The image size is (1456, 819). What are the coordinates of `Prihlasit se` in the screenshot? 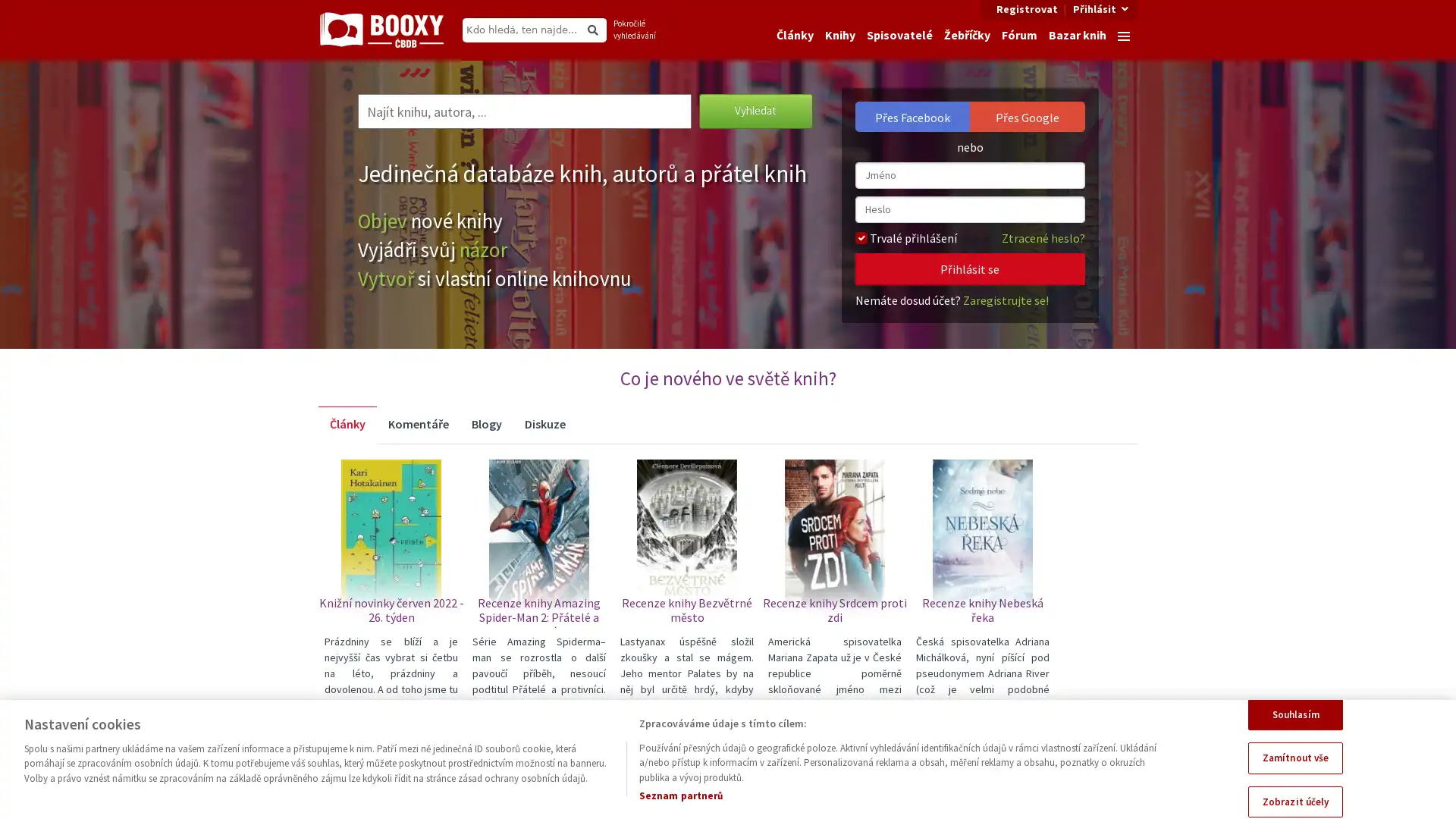 It's located at (968, 268).